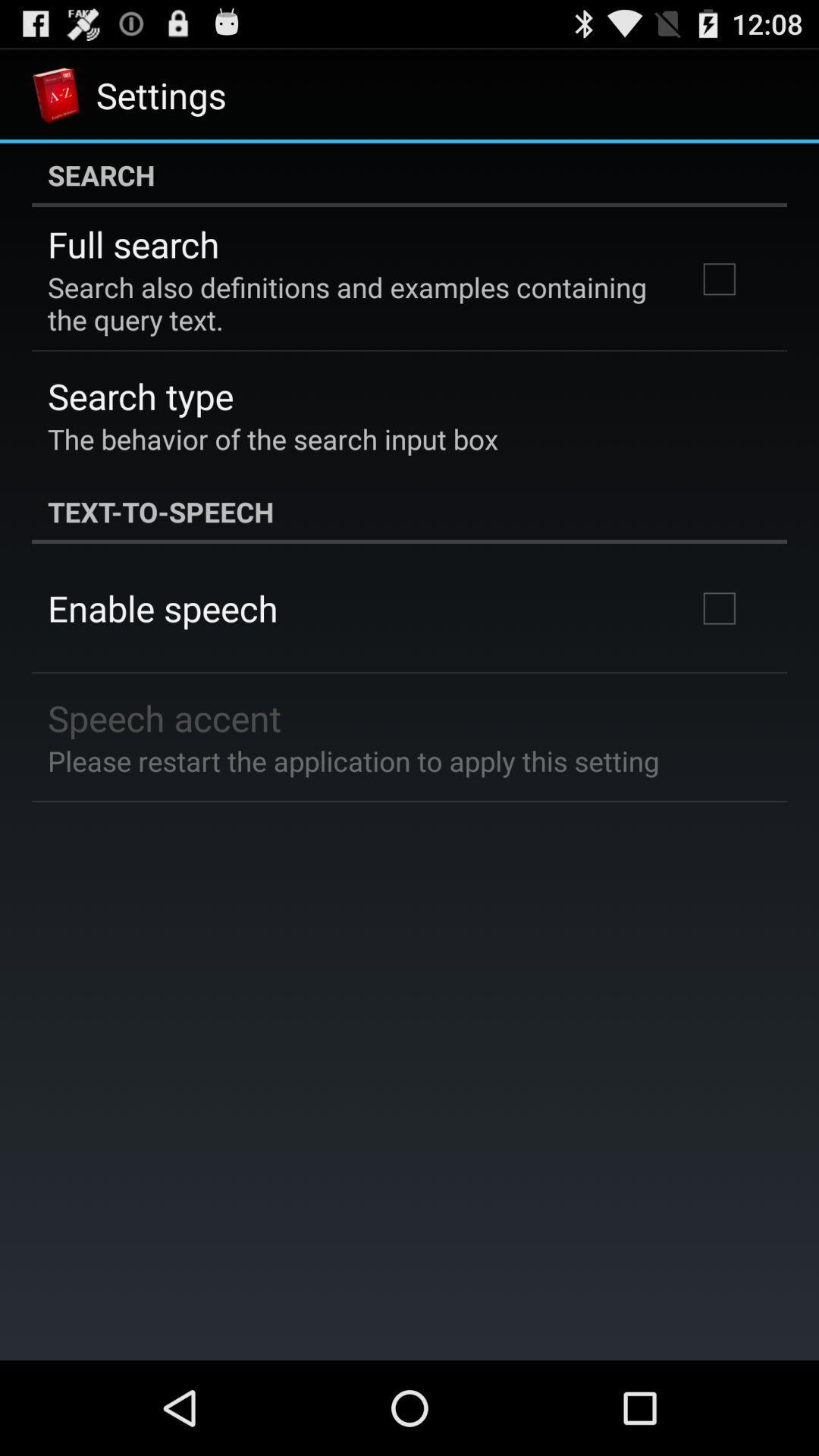 The image size is (819, 1456). Describe the element at coordinates (409, 512) in the screenshot. I see `text-to-speech icon` at that location.